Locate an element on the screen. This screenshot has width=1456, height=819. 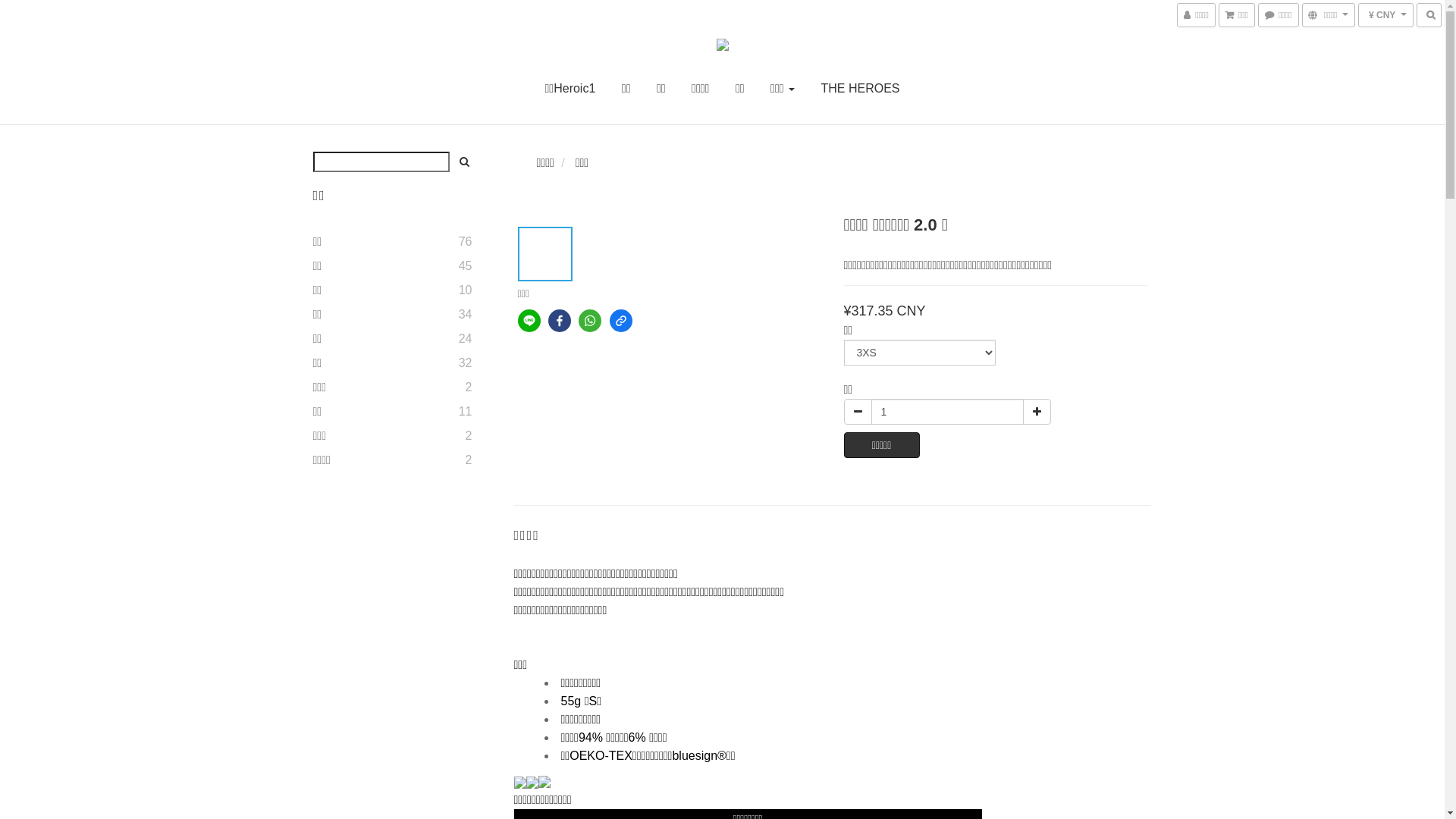
'whatsapp' is located at coordinates (588, 320).